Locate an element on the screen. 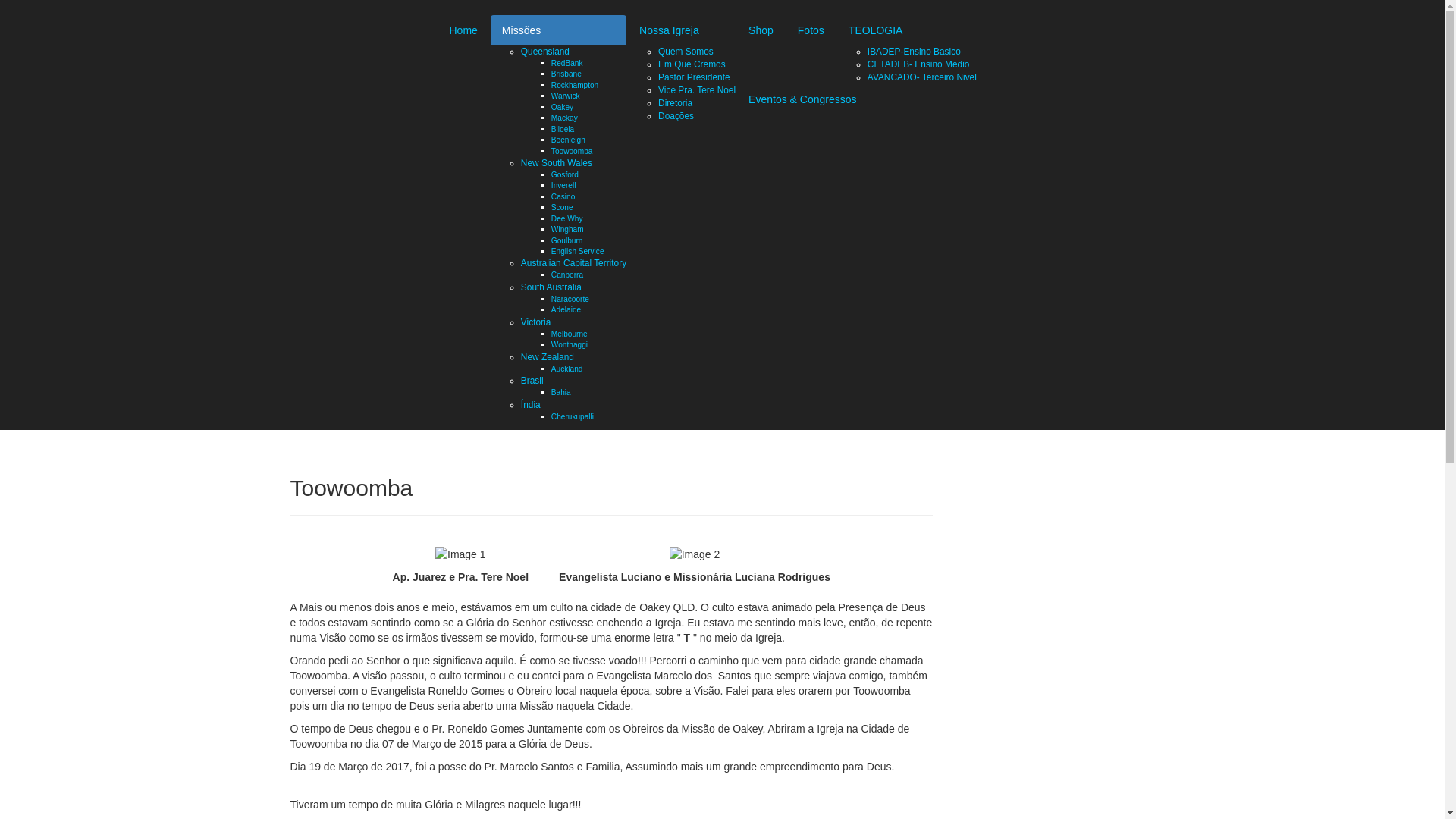  'Victoria' is located at coordinates (535, 321).